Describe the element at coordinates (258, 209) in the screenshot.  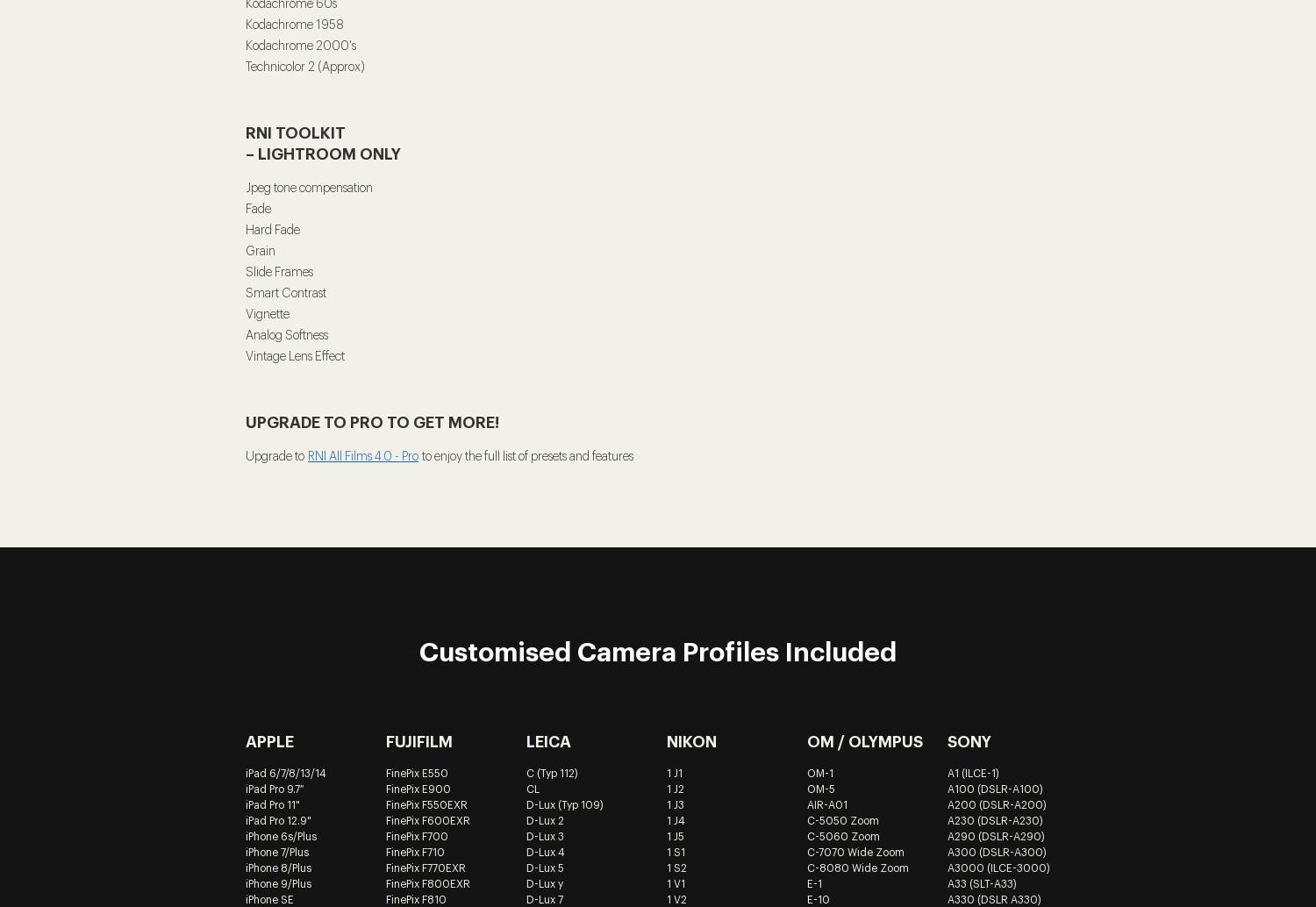
I see `'Fade'` at that location.